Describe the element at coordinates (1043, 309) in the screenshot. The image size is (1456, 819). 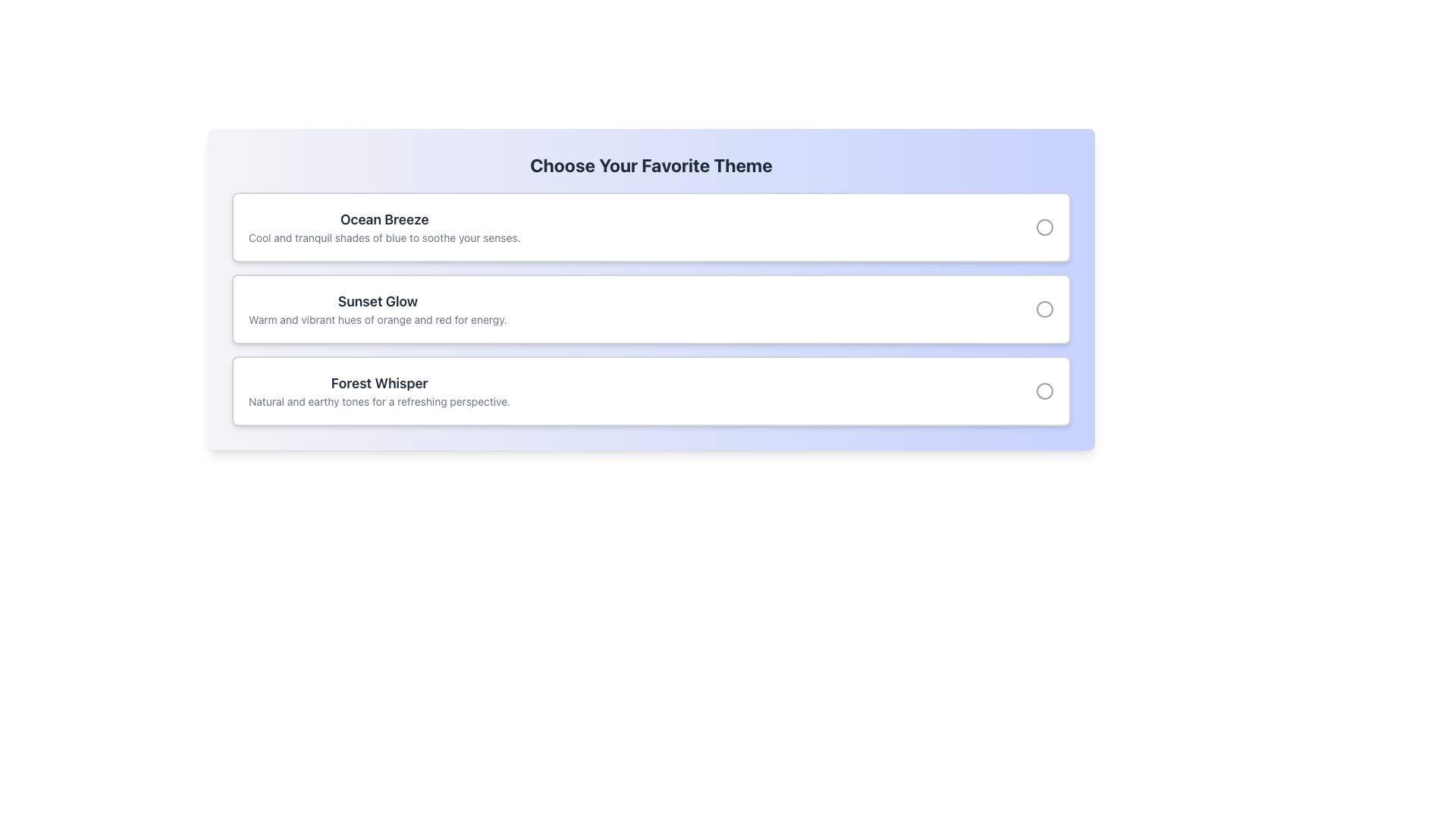
I see `the radio button positioned to the far right of the second option, adjacent to the 'Sunset Glow' title` at that location.